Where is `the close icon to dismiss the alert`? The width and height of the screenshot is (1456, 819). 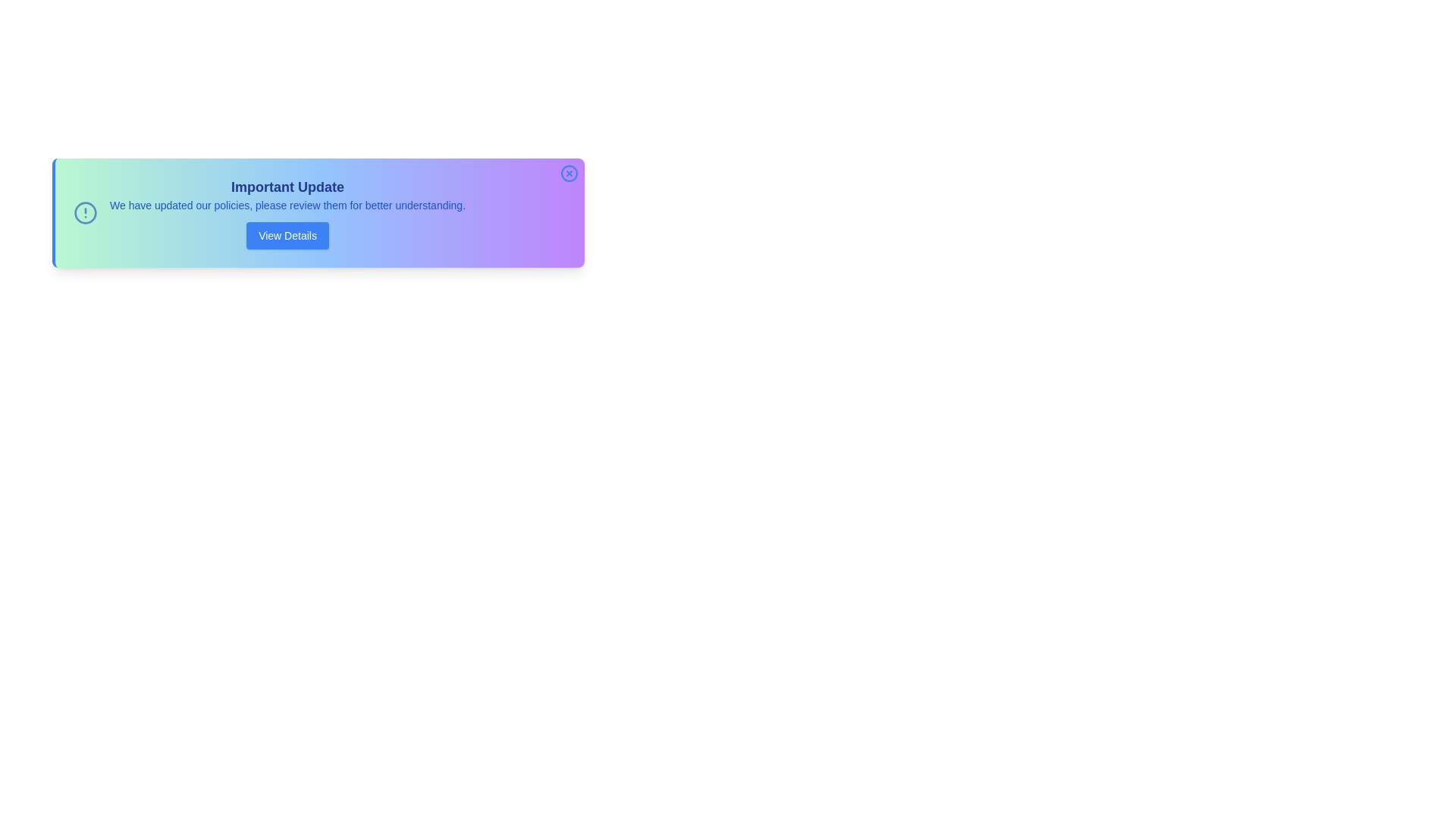 the close icon to dismiss the alert is located at coordinates (568, 172).